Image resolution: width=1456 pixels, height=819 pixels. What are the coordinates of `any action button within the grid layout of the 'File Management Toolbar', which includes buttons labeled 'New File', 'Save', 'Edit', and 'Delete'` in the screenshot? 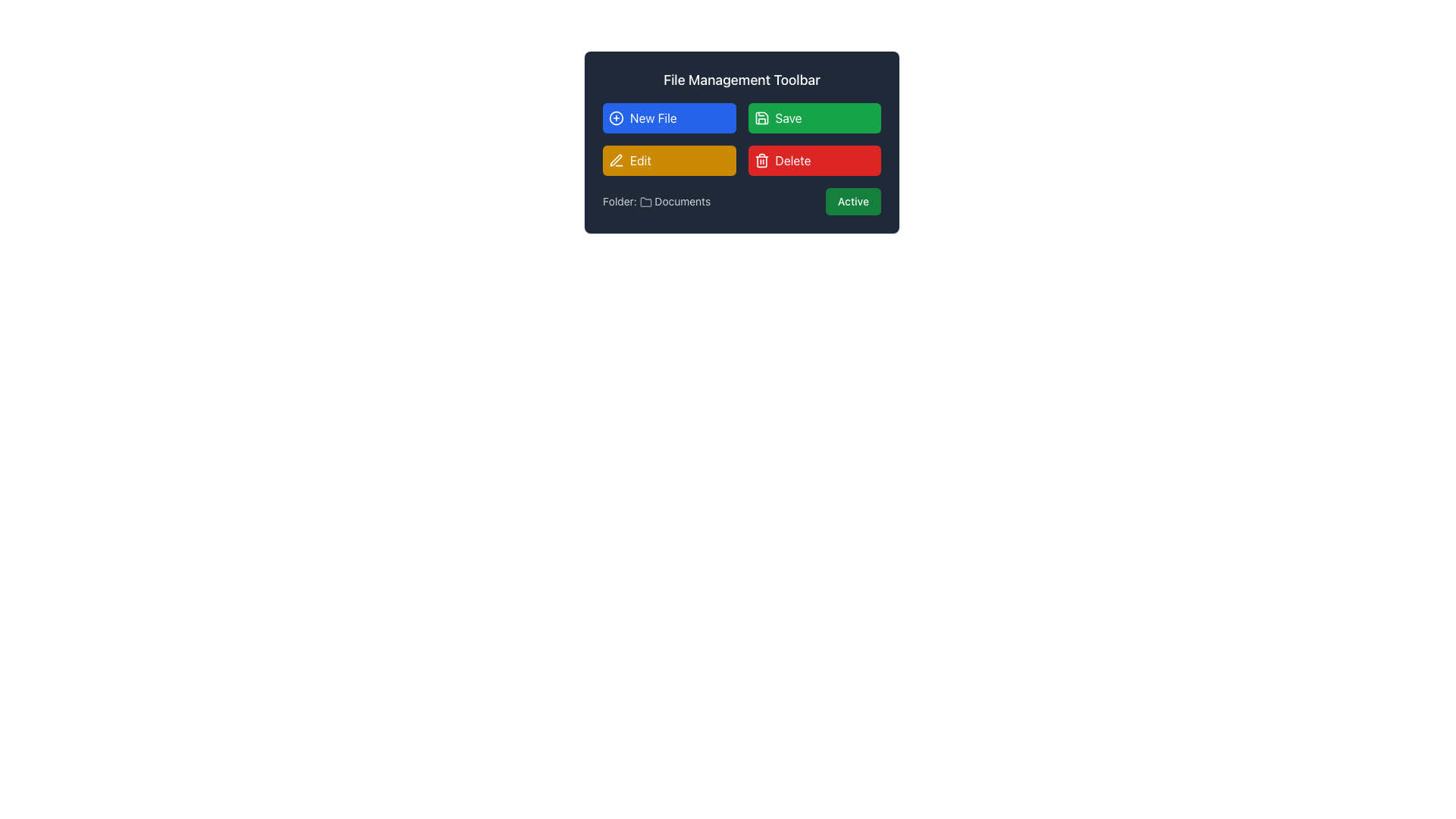 It's located at (742, 140).